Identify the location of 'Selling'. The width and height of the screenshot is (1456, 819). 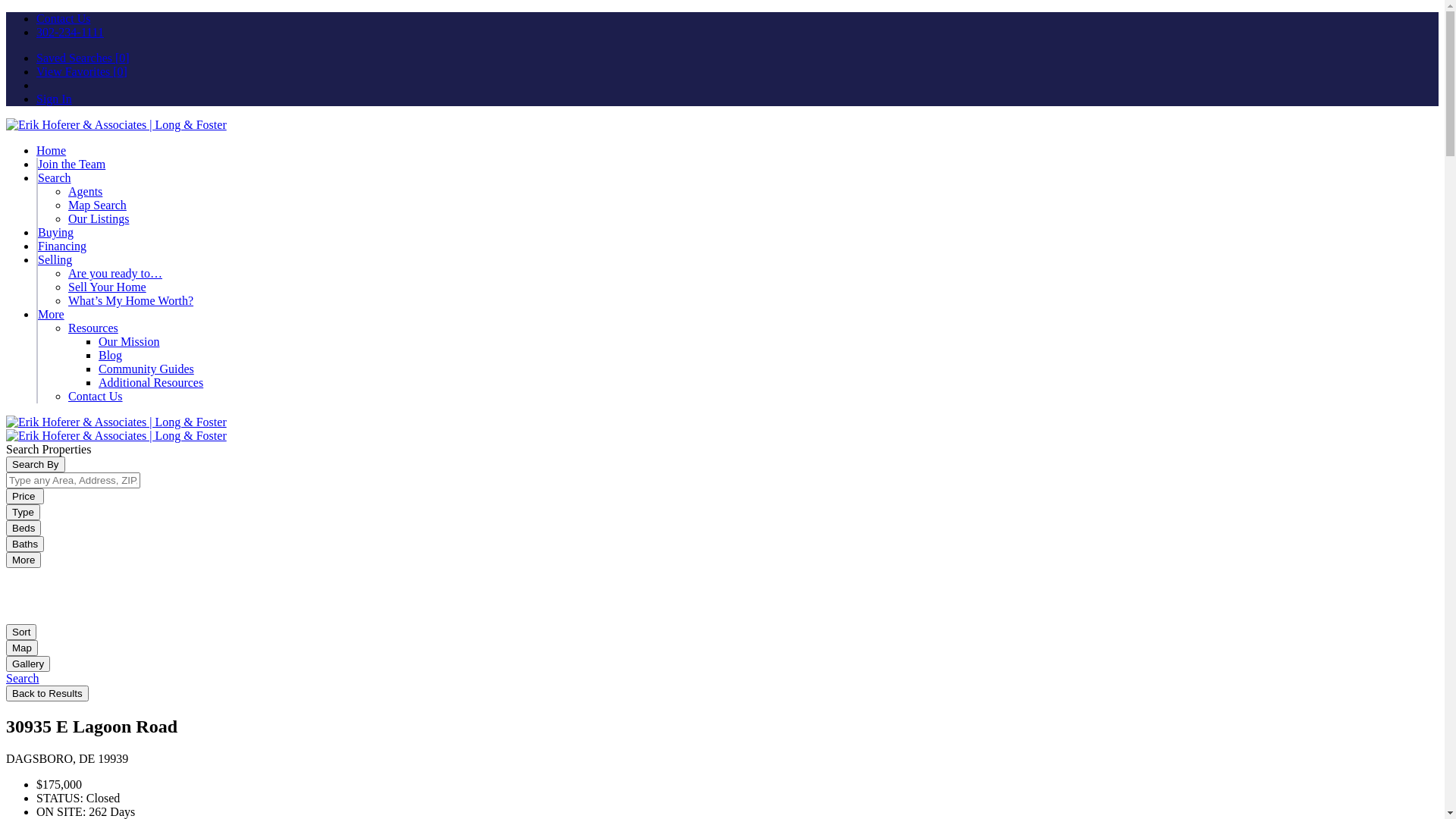
(55, 259).